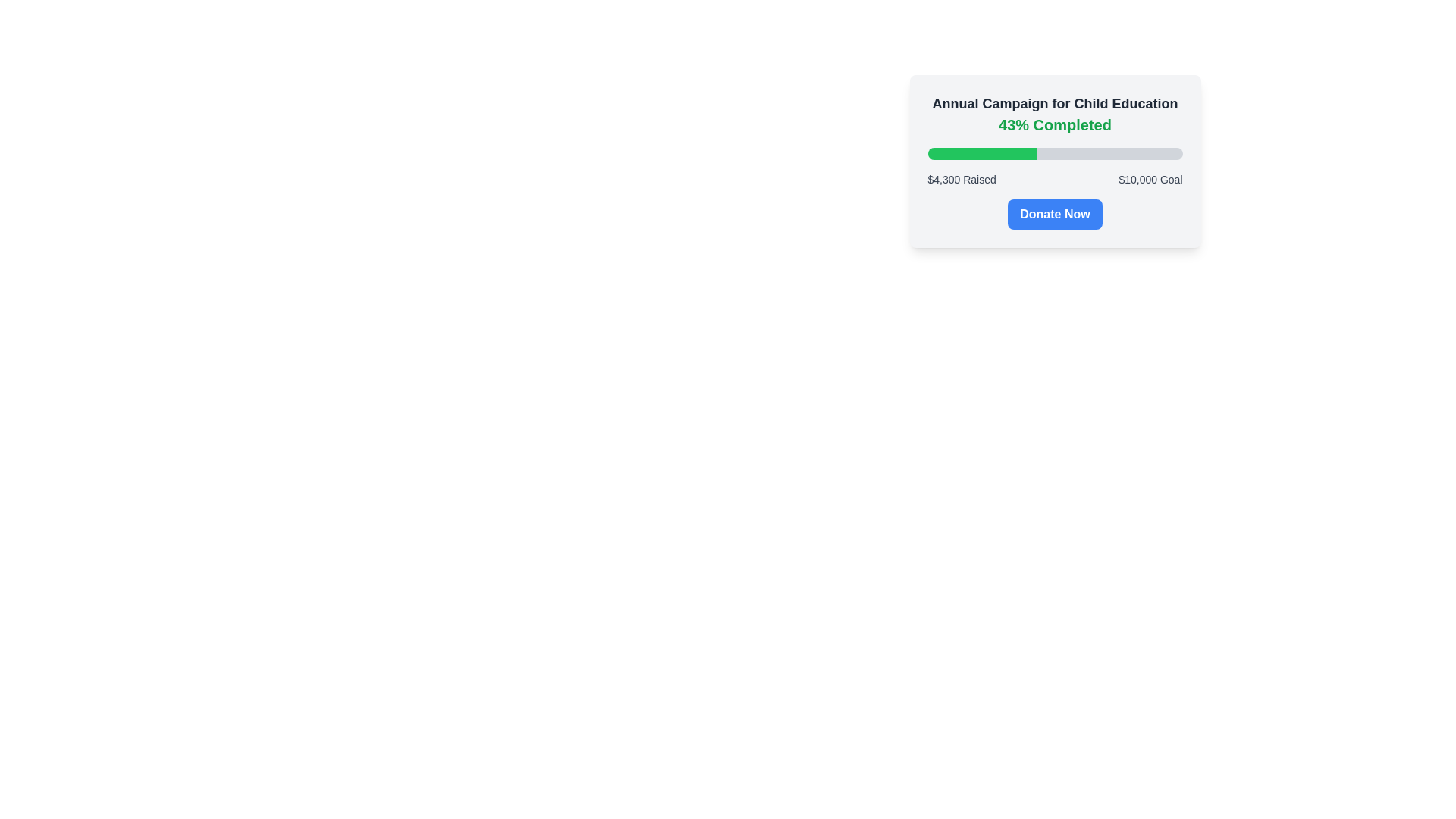 Image resolution: width=1456 pixels, height=819 pixels. I want to click on the donation button located at the bottom of the fundraising campaign details to initiate the donation process, so click(1054, 214).